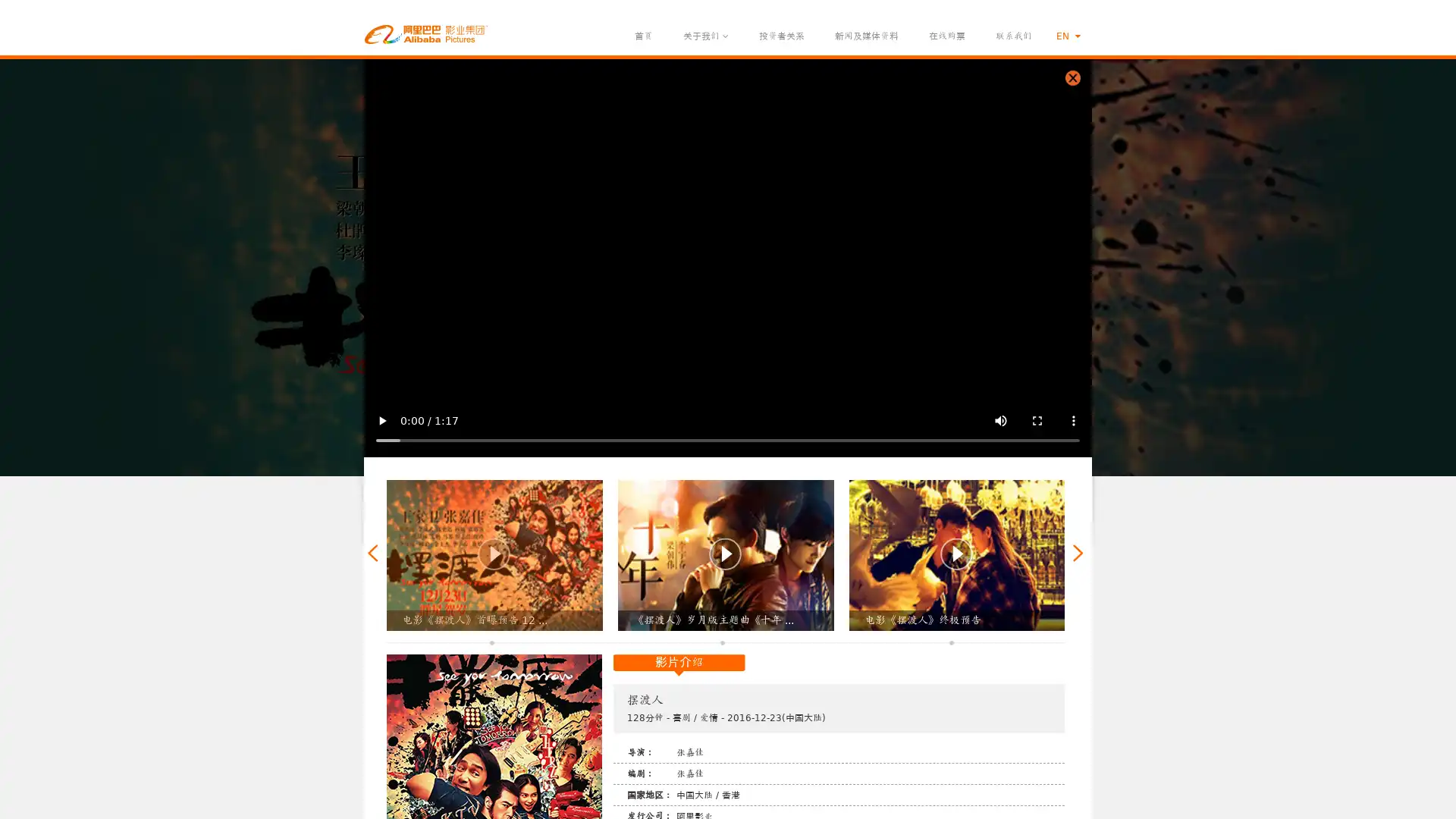 The width and height of the screenshot is (1456, 819). What do you see at coordinates (1037, 421) in the screenshot?
I see `enter full screen` at bounding box center [1037, 421].